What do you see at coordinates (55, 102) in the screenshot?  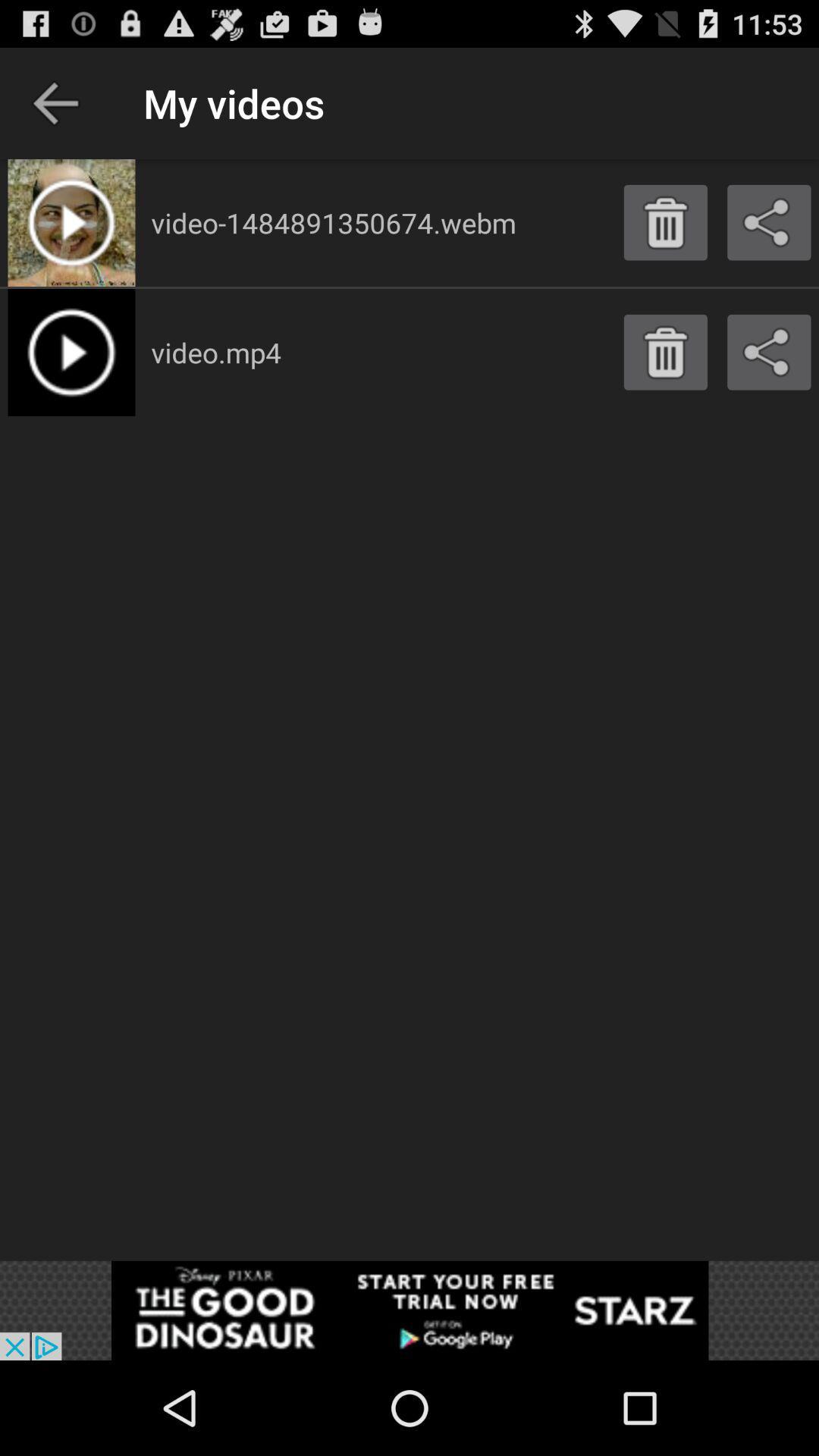 I see `previous` at bounding box center [55, 102].